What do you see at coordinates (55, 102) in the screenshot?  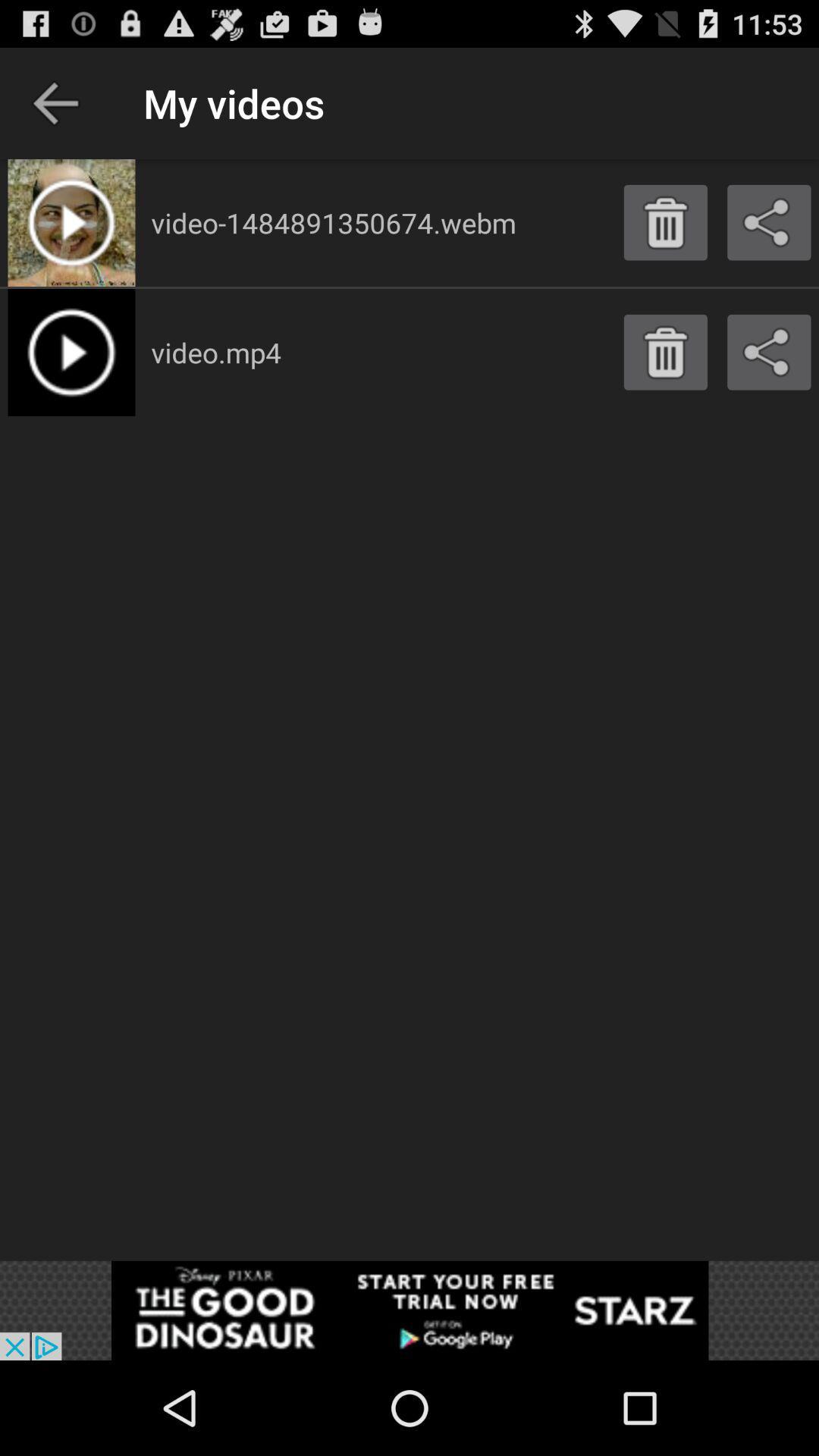 I see `previous` at bounding box center [55, 102].